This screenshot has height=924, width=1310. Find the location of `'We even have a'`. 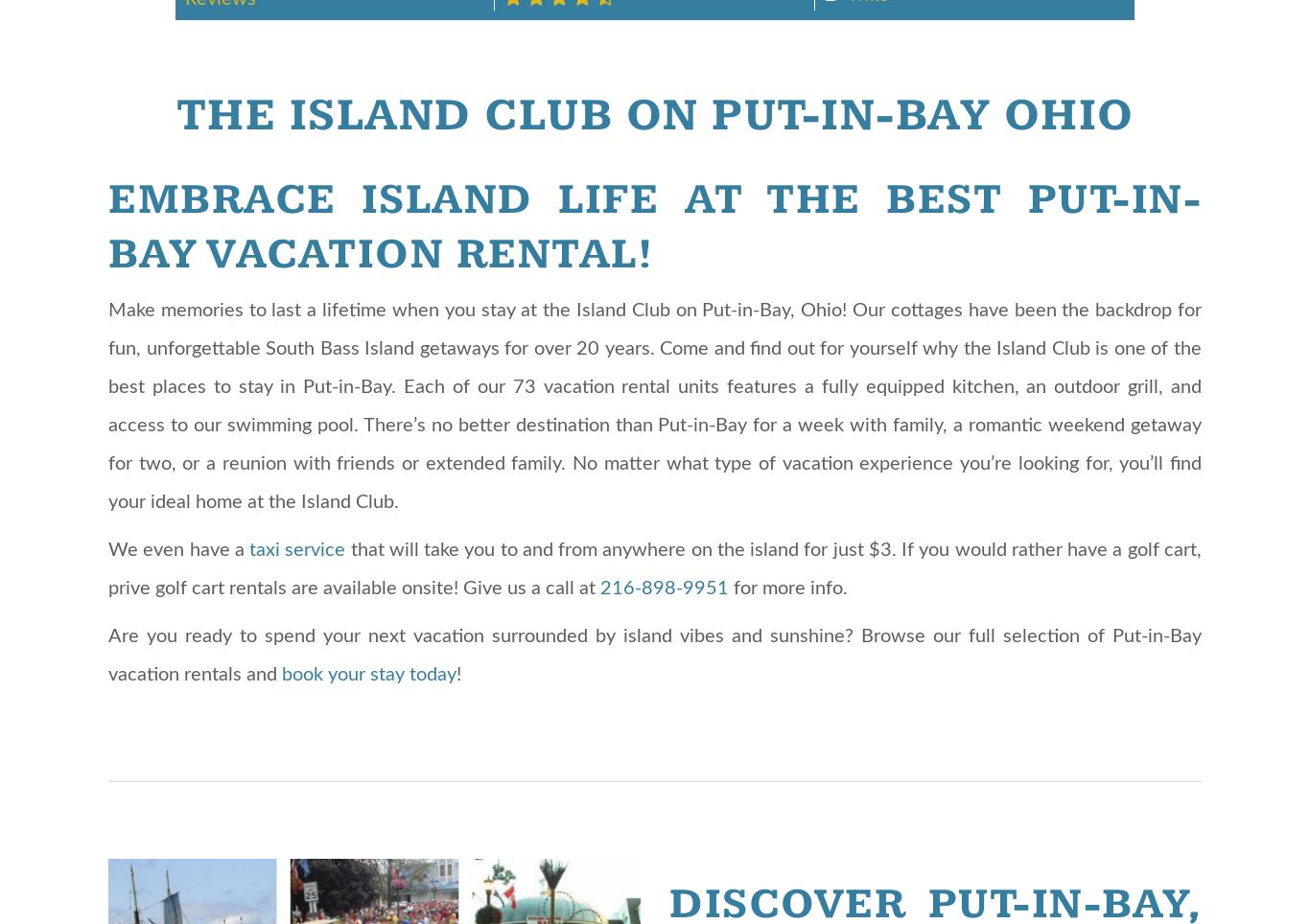

'We even have a' is located at coordinates (177, 548).